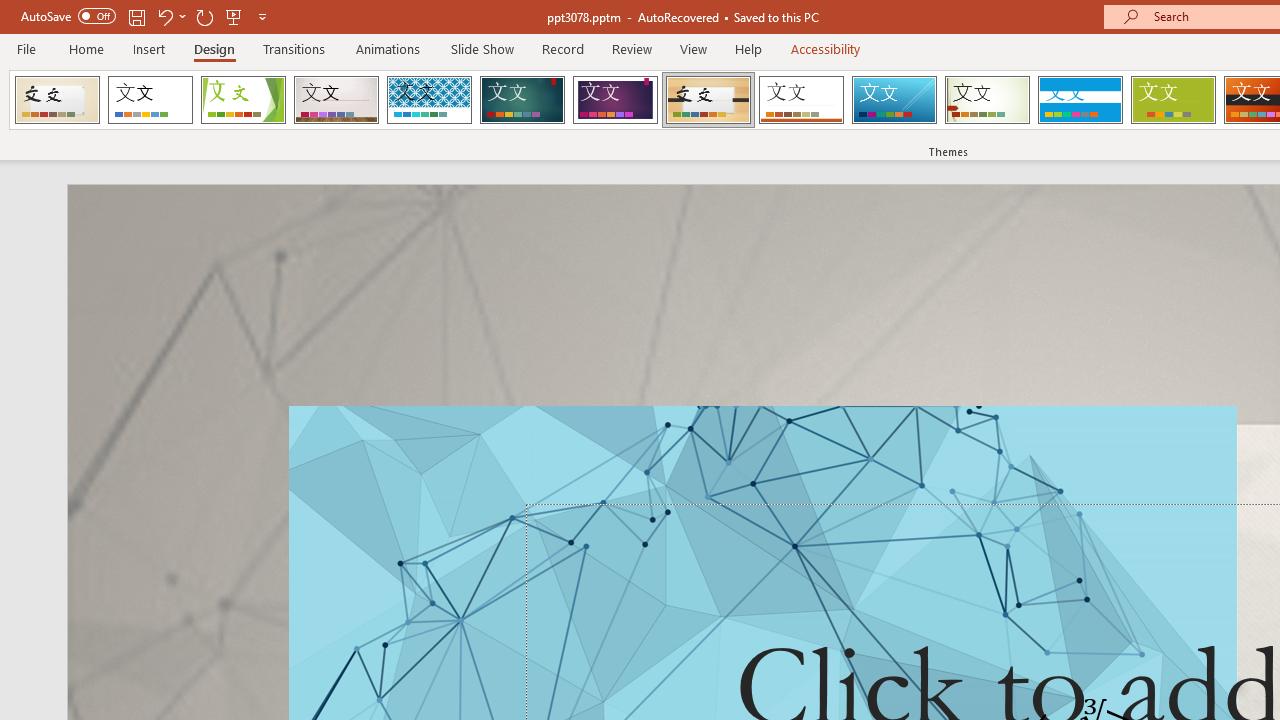  What do you see at coordinates (708, 100) in the screenshot?
I see `'Organic'` at bounding box center [708, 100].